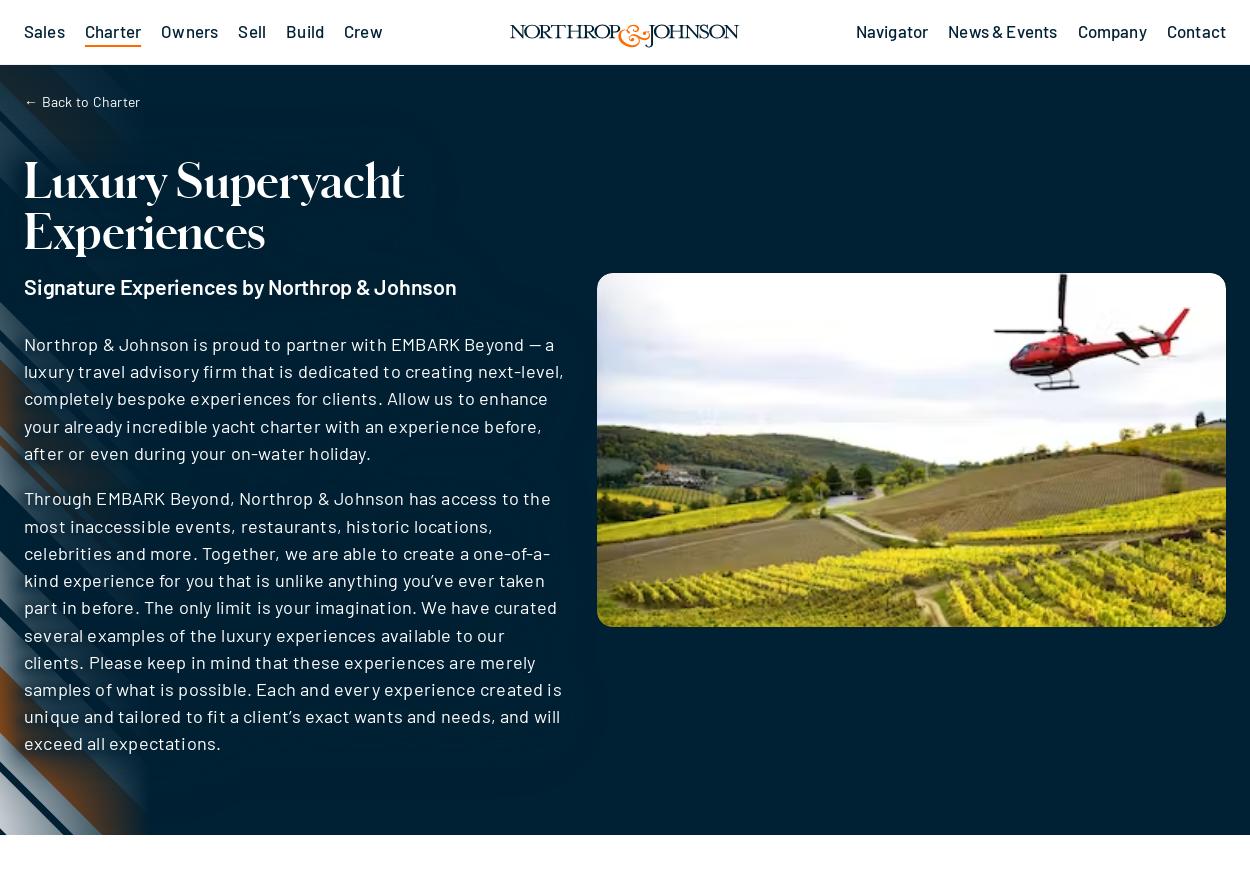 Image resolution: width=1250 pixels, height=881 pixels. Describe the element at coordinates (292, 619) in the screenshot. I see `'Through EMBARK Beyond, Northrop & Johnson has access to the most inaccessible events, restaurants, historic locations, celebrities and more. Together, we are able to create a one-of-a-kind experience for you that is unlike anything you’ve ever taken part in before. The only limit is your imagination. We have curated several examples of the luxury experiences available to our clients. Please keep in mind that these experiences are merely samples of what is possible. Each and every experience created is unique and tailored to fit a client’s exact wants and needs, and will exceed all expectations.'` at that location.